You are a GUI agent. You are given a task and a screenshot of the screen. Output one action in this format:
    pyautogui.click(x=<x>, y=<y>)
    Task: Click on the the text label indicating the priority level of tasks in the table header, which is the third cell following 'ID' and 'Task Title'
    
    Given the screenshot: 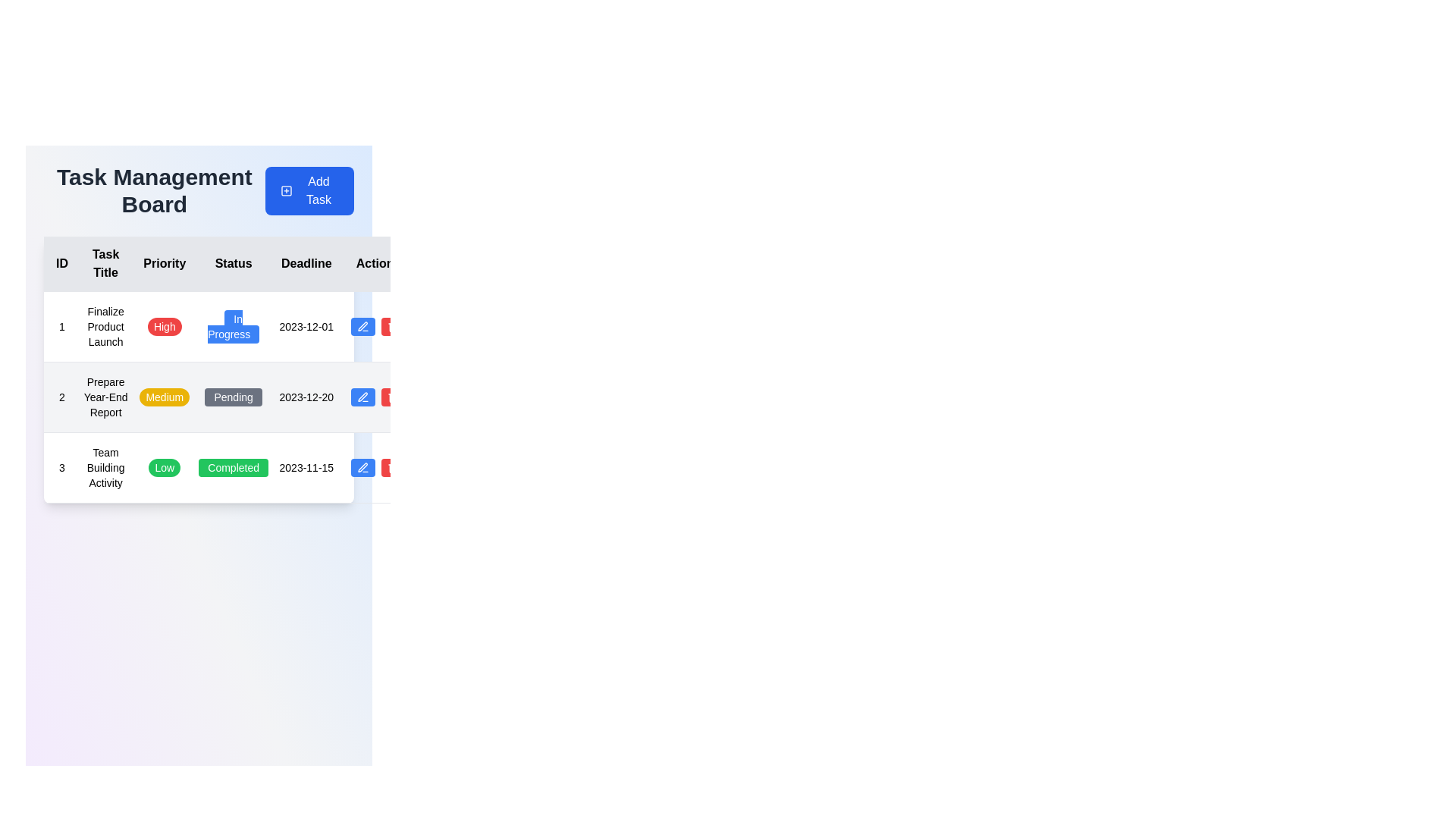 What is the action you would take?
    pyautogui.click(x=165, y=263)
    